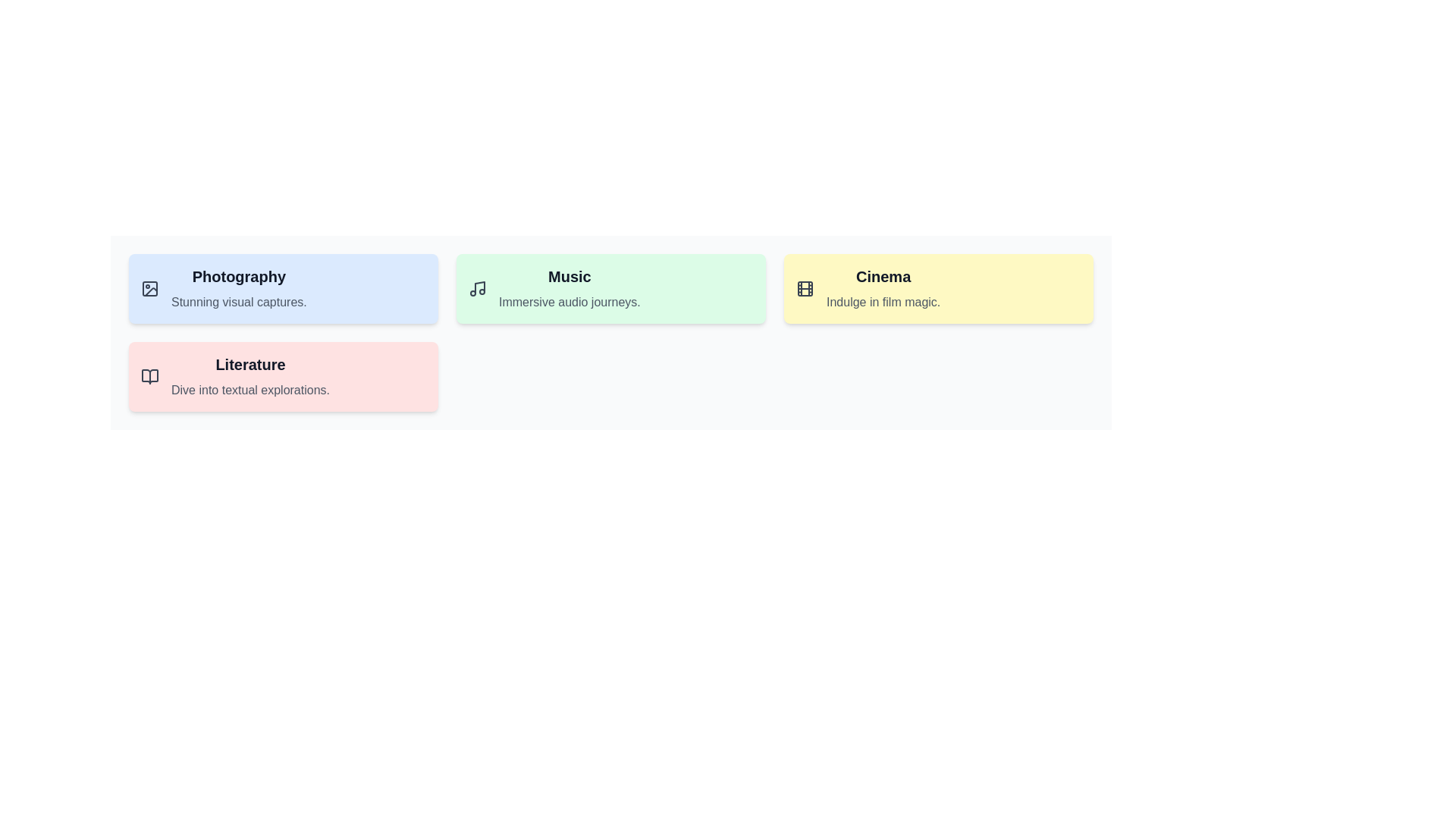 The image size is (1456, 819). What do you see at coordinates (883, 302) in the screenshot?
I see `the text label that reads 'Indulge in film magic.' which is positioned below the title 'Cinema' in a light-gray font on a pale yellow background` at bounding box center [883, 302].